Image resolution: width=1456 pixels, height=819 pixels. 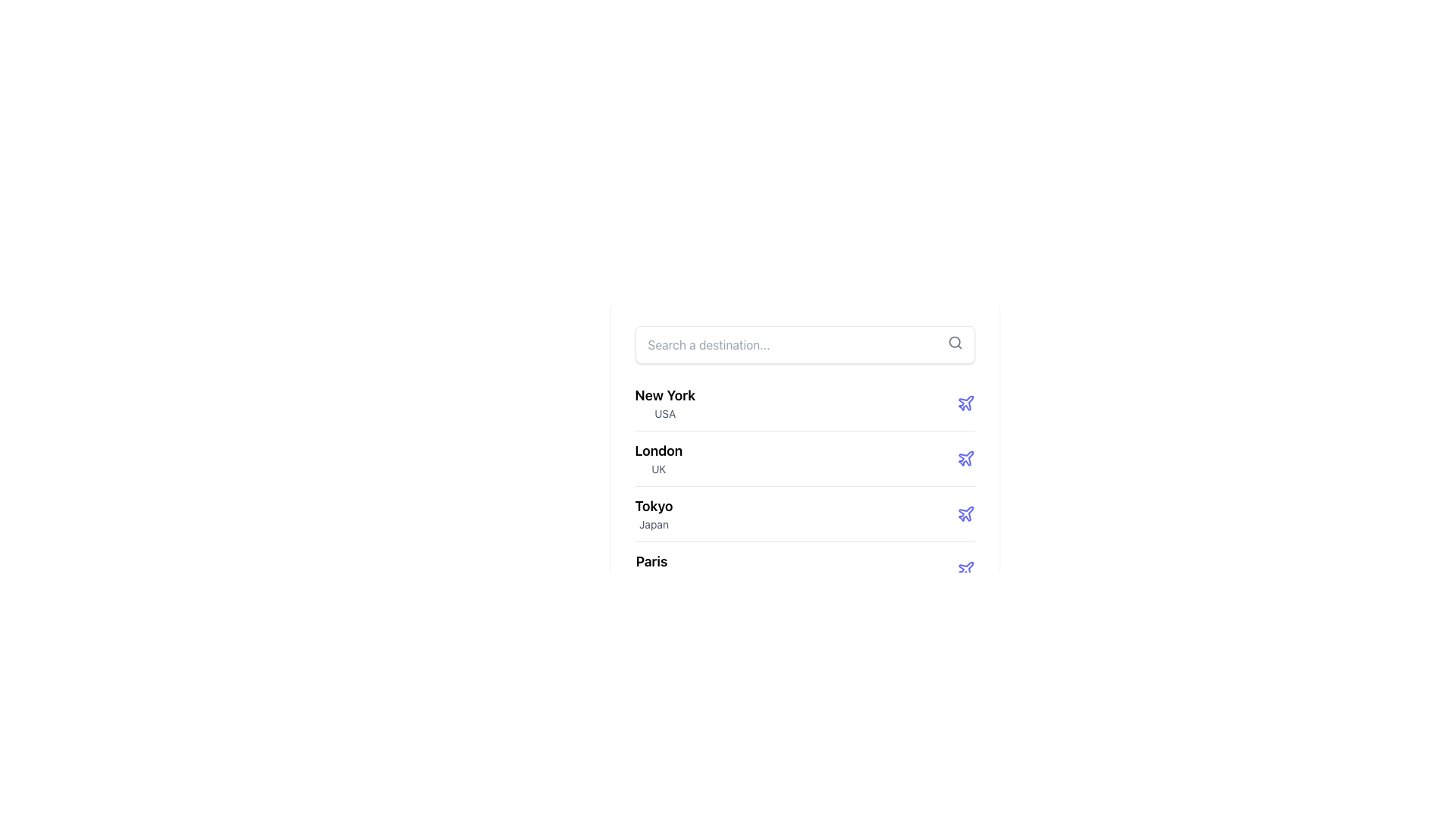 I want to click on the text display for the city 'Tokyo' and its country 'Japan', so click(x=654, y=513).